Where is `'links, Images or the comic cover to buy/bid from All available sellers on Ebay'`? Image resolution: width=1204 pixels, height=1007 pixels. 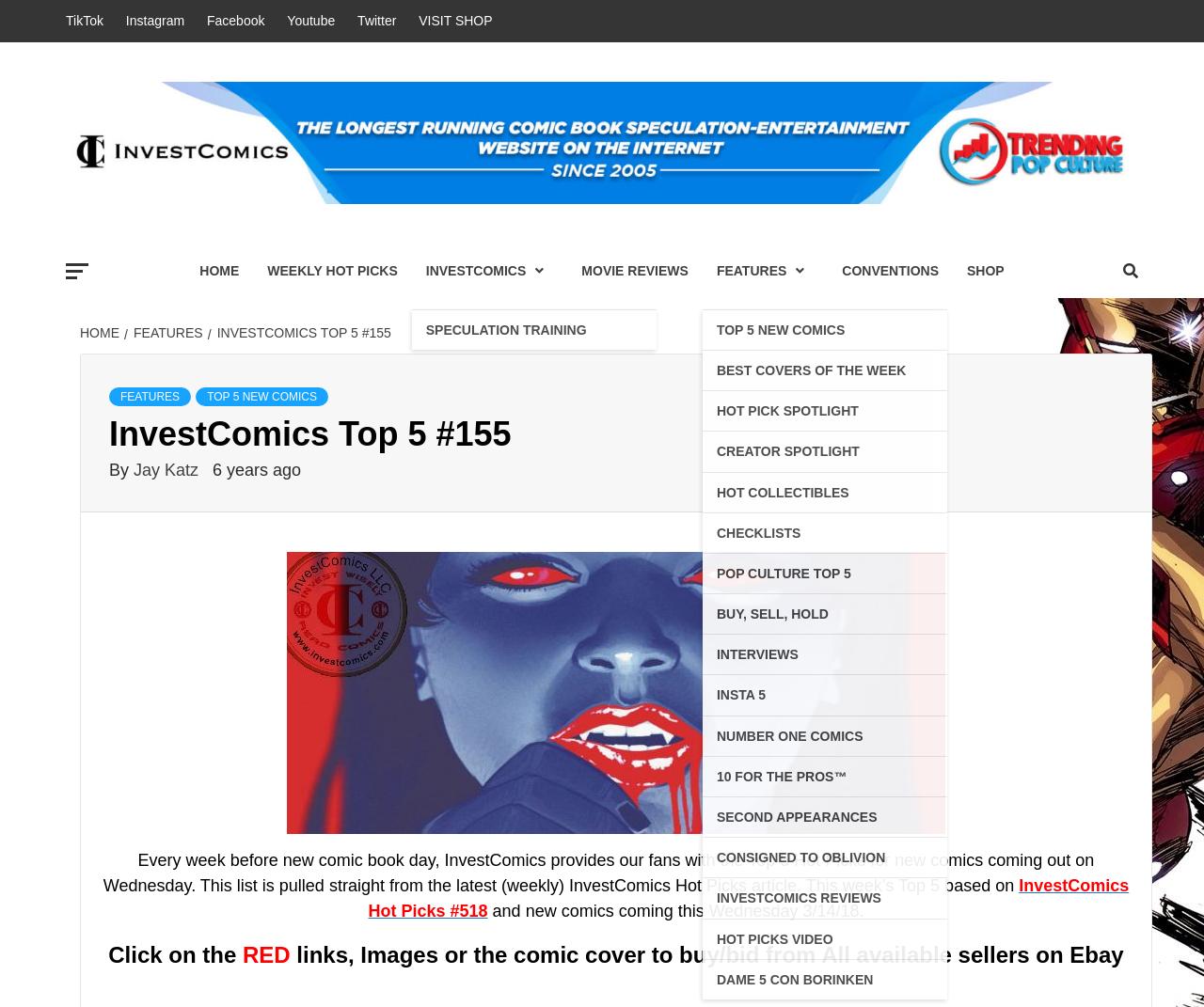 'links, Images or the comic cover to buy/bid from All available sellers on Ebay' is located at coordinates (705, 953).